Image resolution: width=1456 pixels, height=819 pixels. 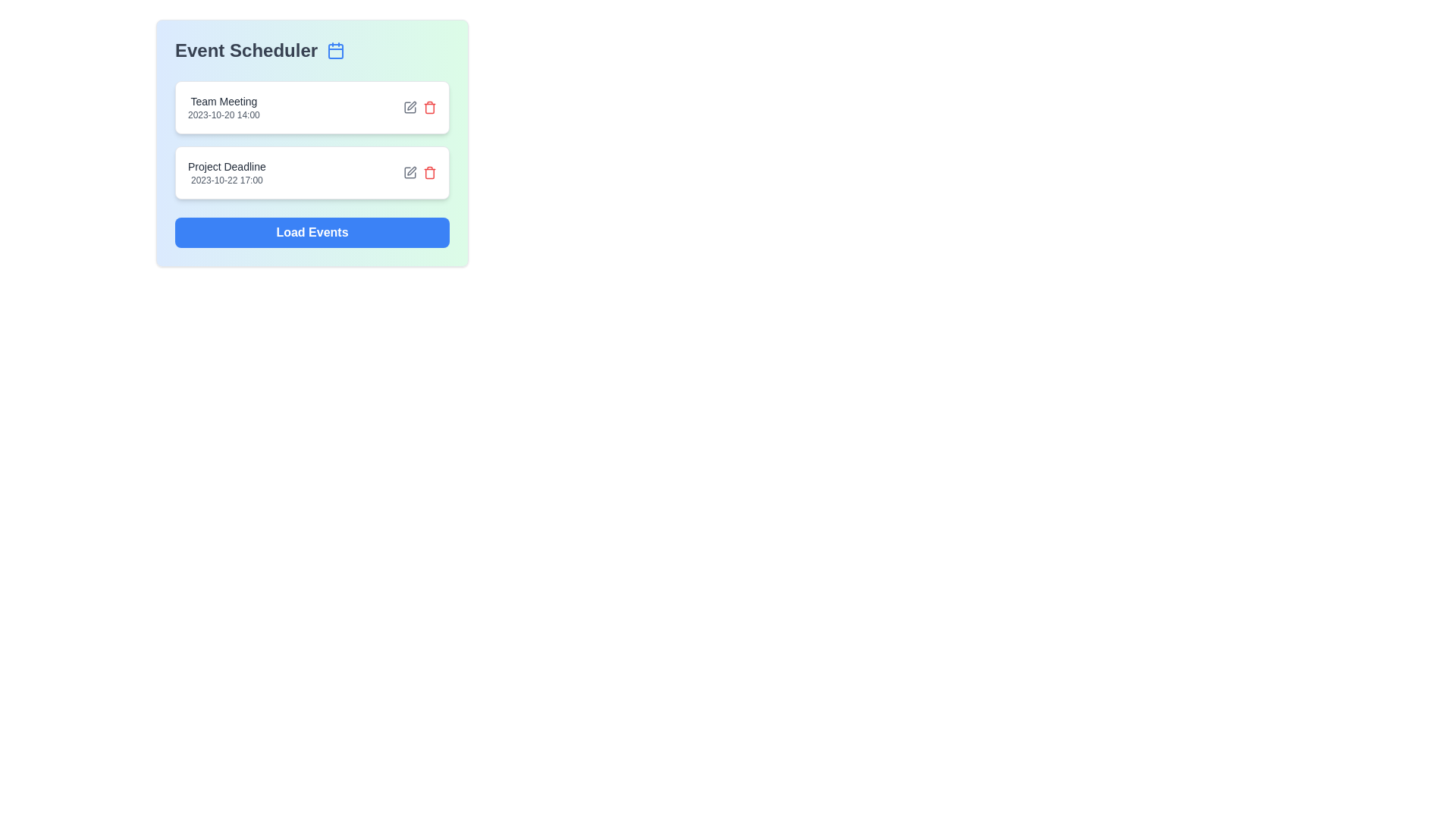 I want to click on the button located at the bottom of the light gradient-colored panel, which is directly below the event summary cards labeled 'Team Meeting' and 'Project Deadline', to observe hover effects, so click(x=312, y=233).